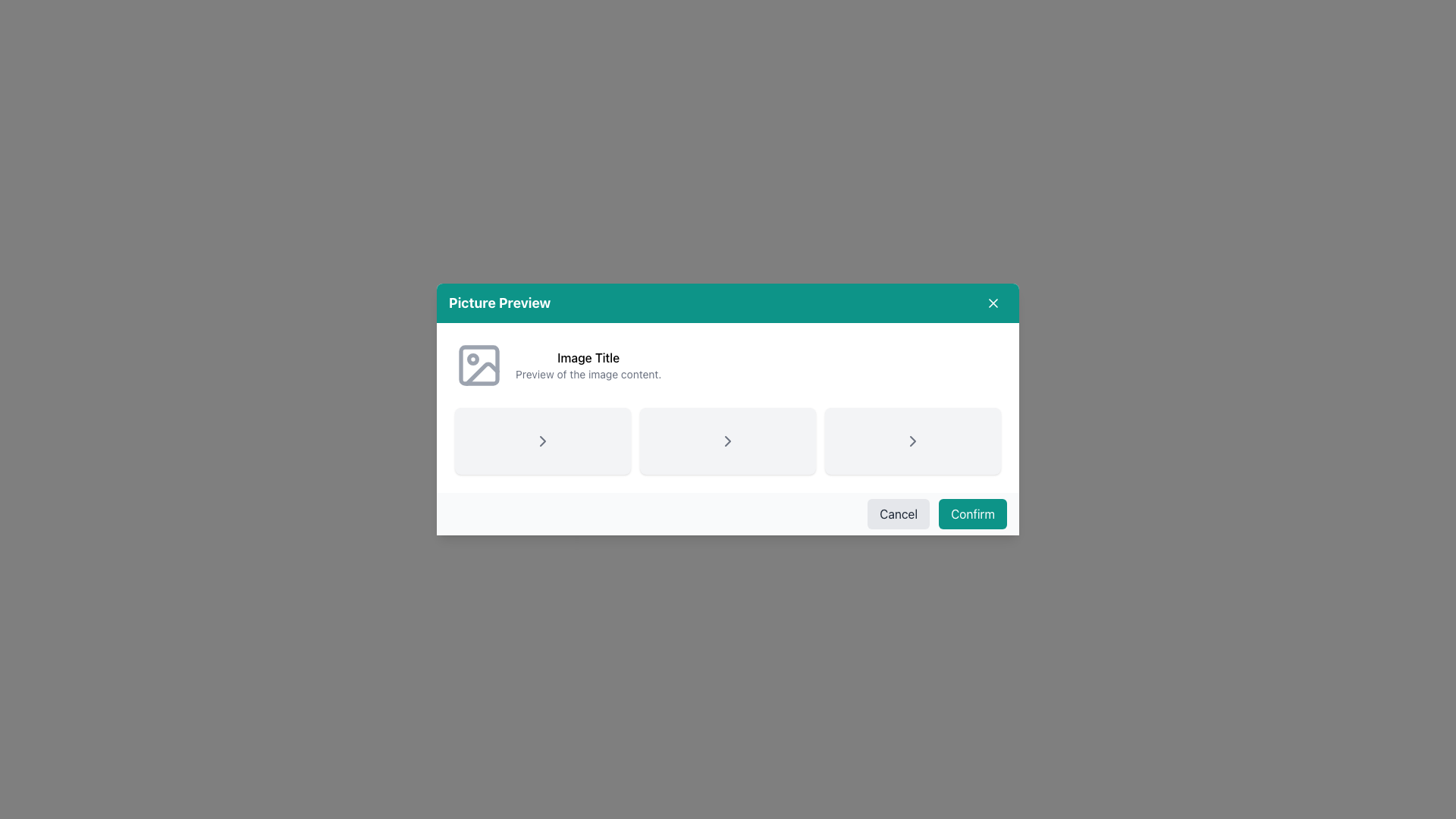 The width and height of the screenshot is (1456, 819). What do you see at coordinates (479, 366) in the screenshot?
I see `the small rounded rectangle located at the top-left corner of the image icon depicting a mountain and sun` at bounding box center [479, 366].